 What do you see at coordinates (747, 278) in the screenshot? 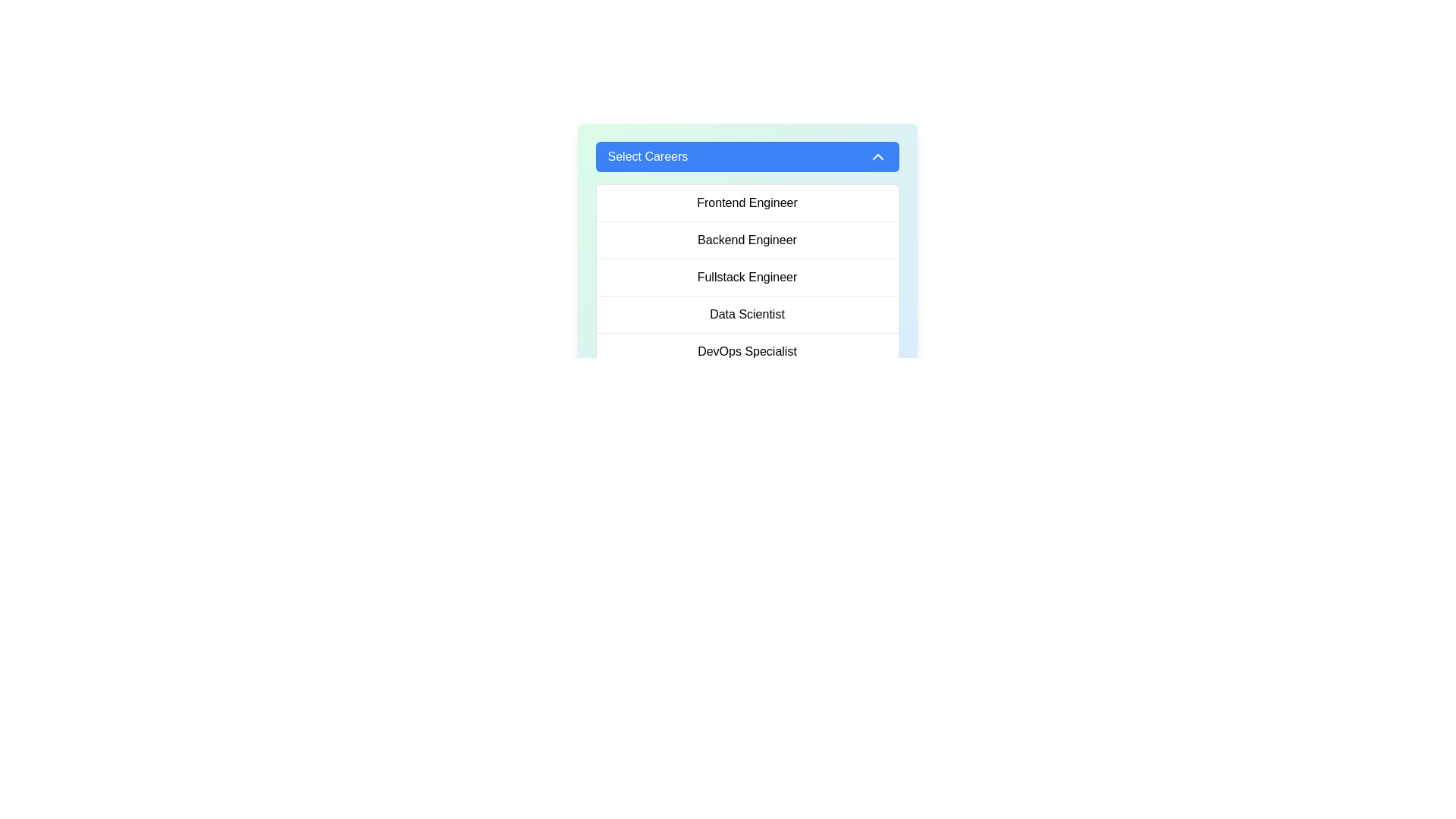
I see `to select the 'Fullstack Engineer' option from the vertical list of careers, which is the third item directly beneath 'Backend Engineer.'` at bounding box center [747, 278].